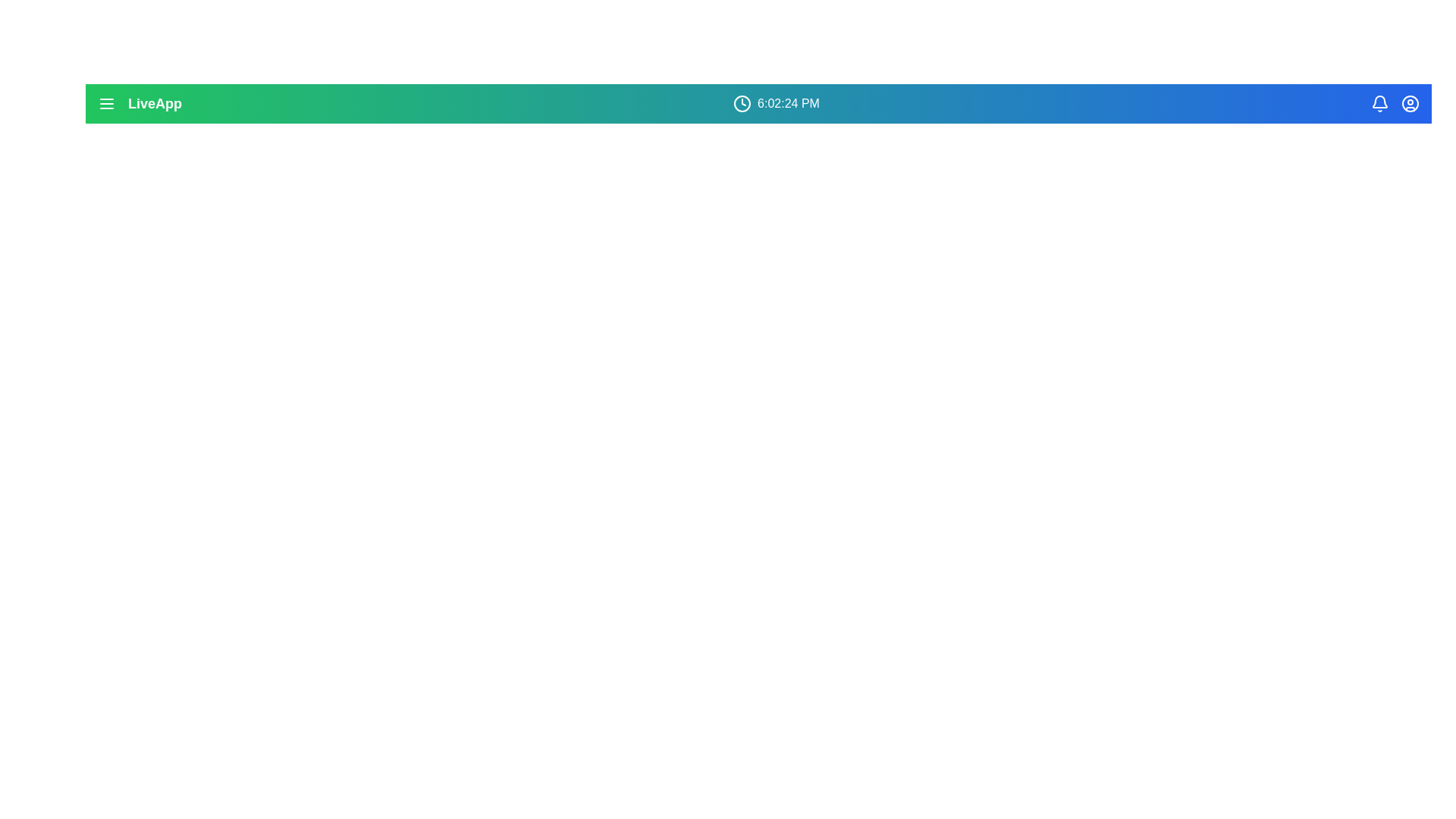  Describe the element at coordinates (1379, 103) in the screenshot. I see `the bell icon to view notifications` at that location.